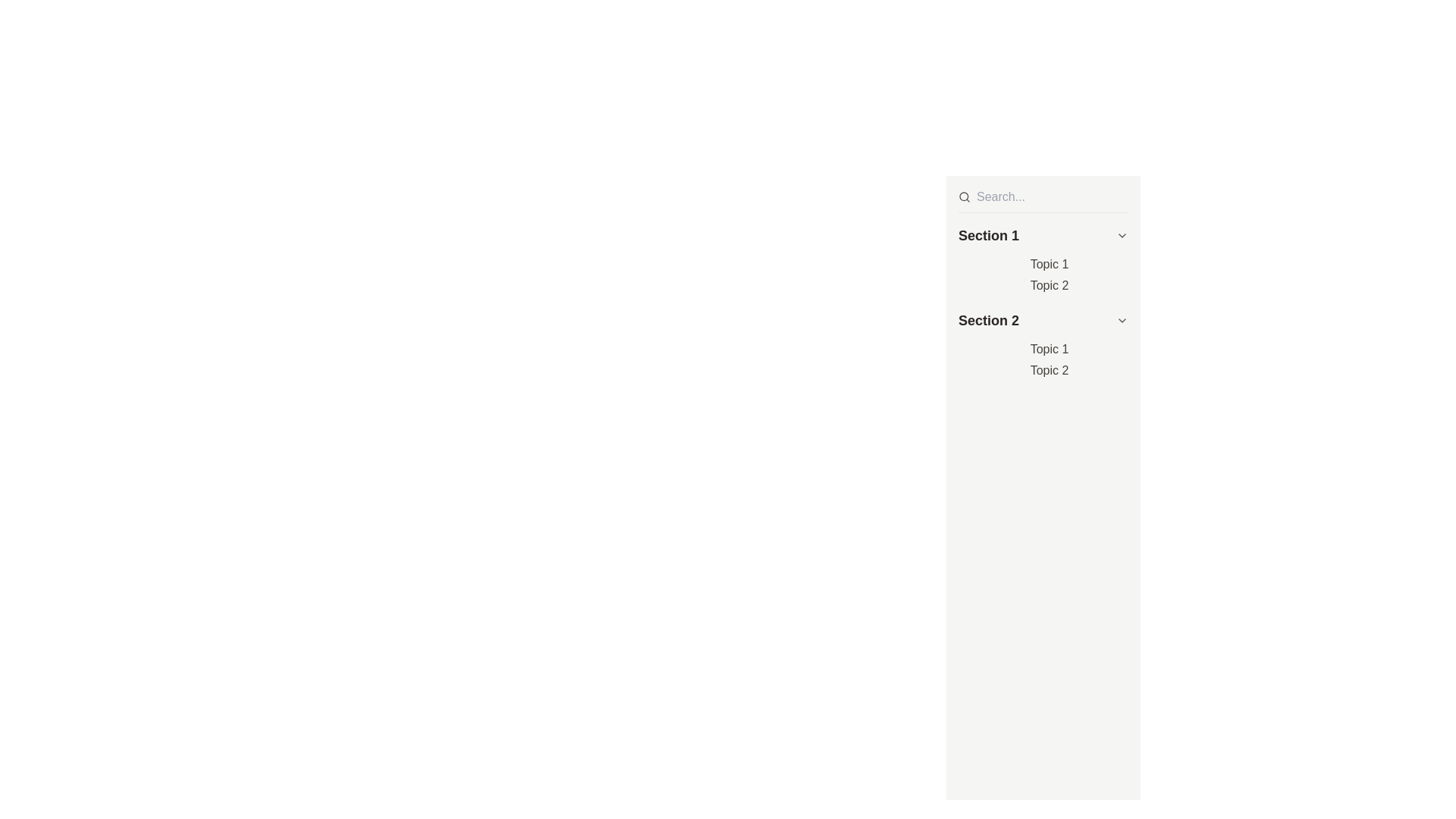 The image size is (1456, 819). What do you see at coordinates (963, 195) in the screenshot?
I see `the circular icon within the magnifying glass graphic that is part of the search symbol at the top left corner of the search bar for search functionality` at bounding box center [963, 195].